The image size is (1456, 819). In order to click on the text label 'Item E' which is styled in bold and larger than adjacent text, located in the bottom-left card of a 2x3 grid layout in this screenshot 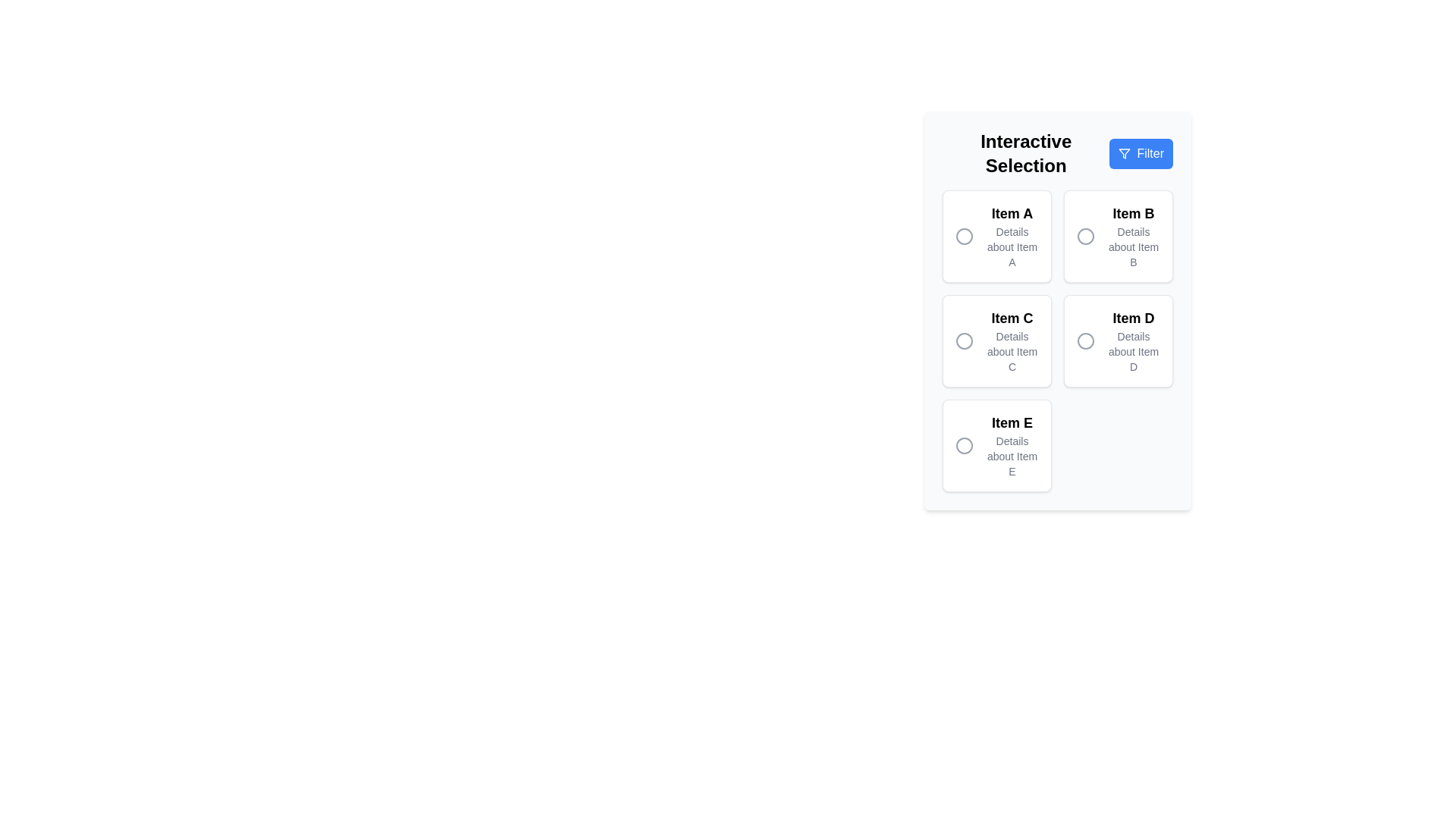, I will do `click(1012, 423)`.